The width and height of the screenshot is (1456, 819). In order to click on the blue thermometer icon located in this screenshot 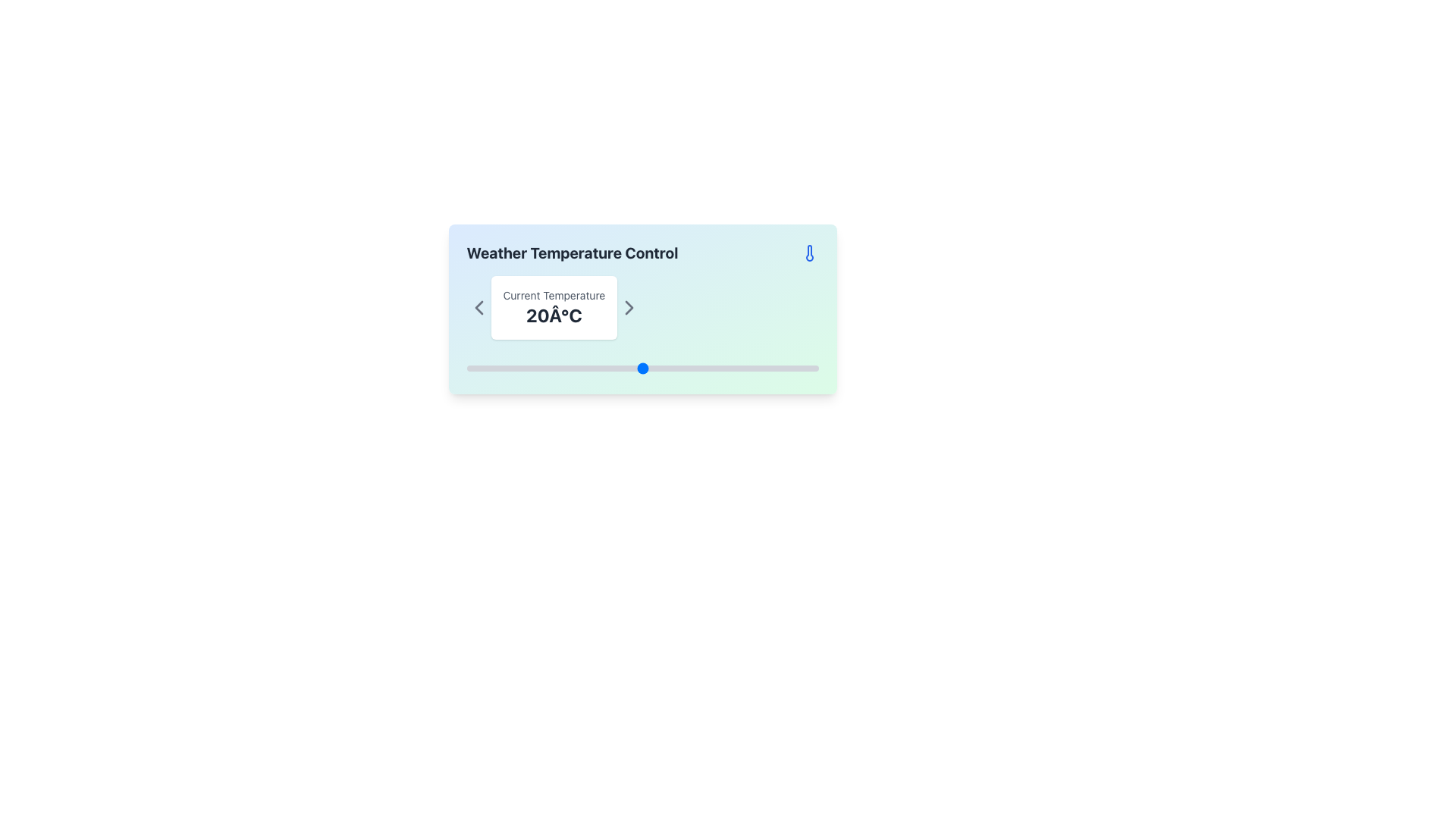, I will do `click(808, 253)`.